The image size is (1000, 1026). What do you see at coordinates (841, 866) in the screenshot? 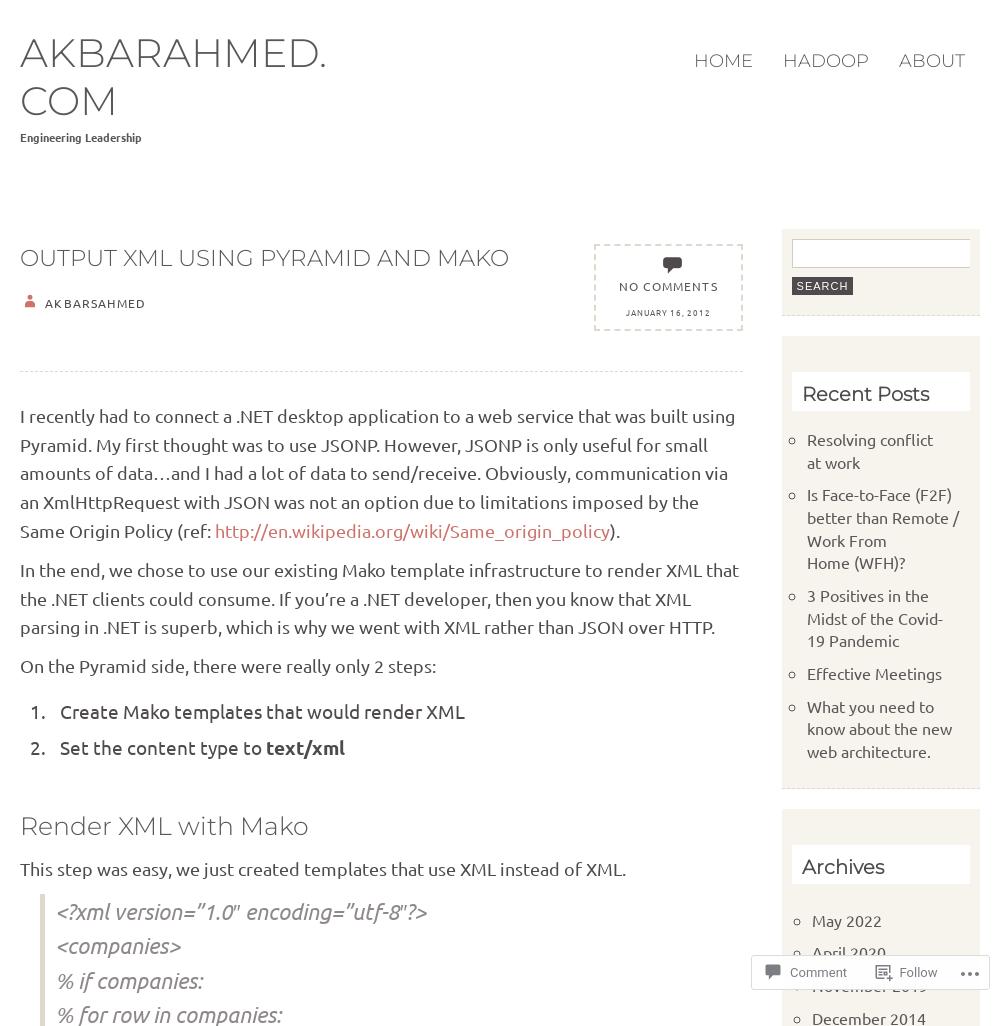
I see `'Archives'` at bounding box center [841, 866].